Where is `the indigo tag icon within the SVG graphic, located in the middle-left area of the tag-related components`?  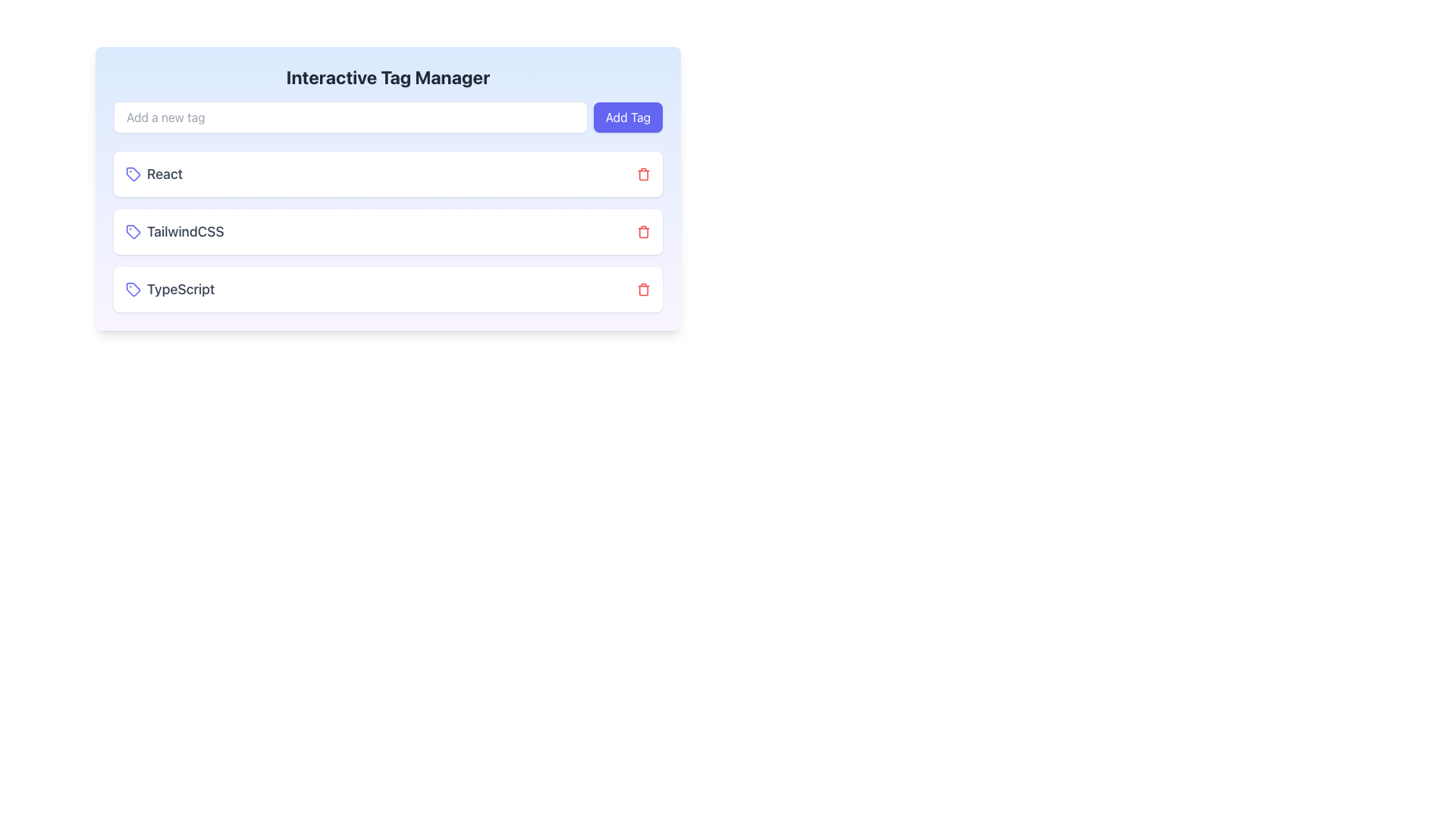 the indigo tag icon within the SVG graphic, located in the middle-left area of the tag-related components is located at coordinates (133, 231).